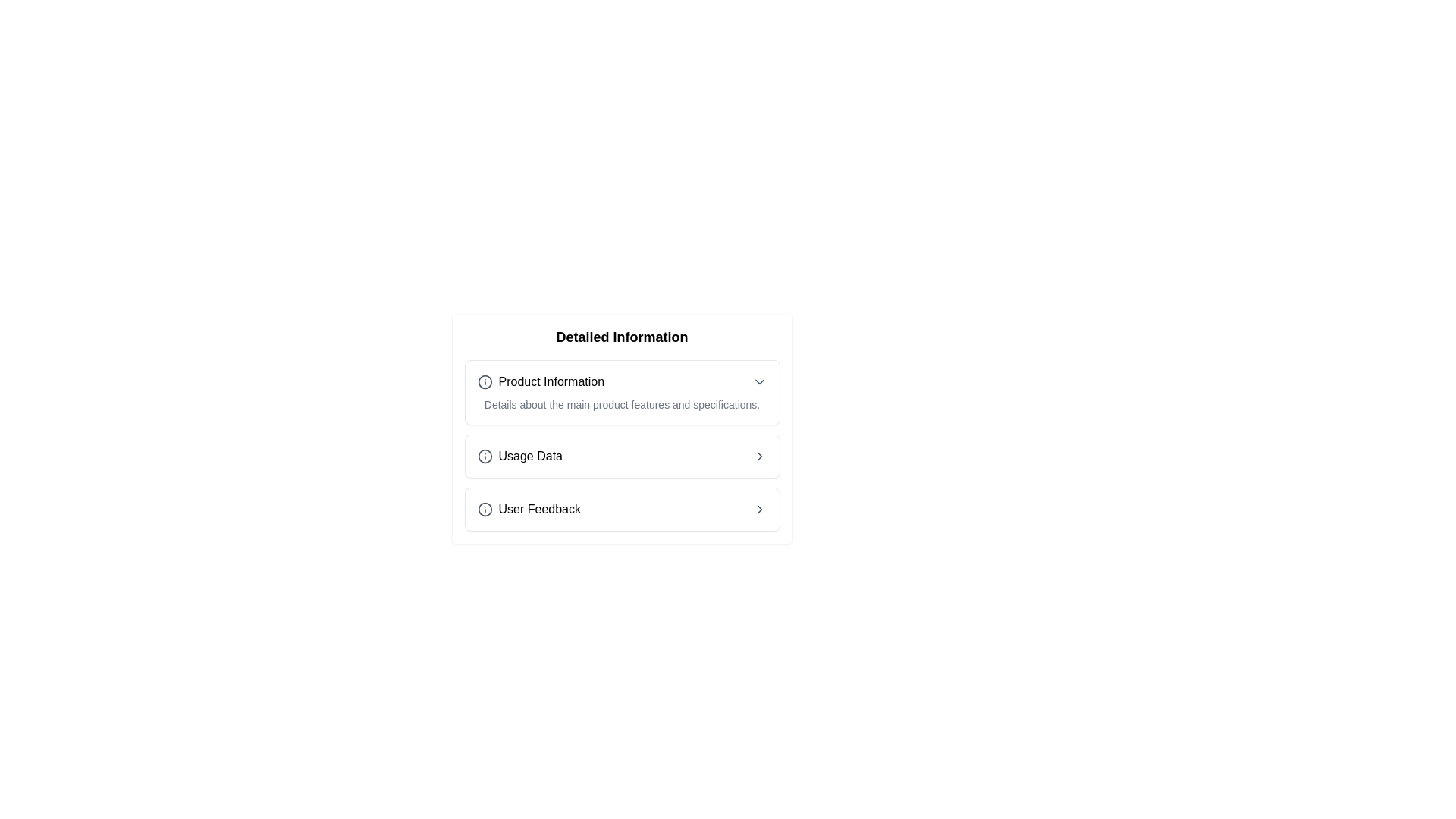  What do you see at coordinates (759, 509) in the screenshot?
I see `the right-facing chevron icon with a dark gray color located at the right end of the 'User Feedback' row to initiate navigation` at bounding box center [759, 509].